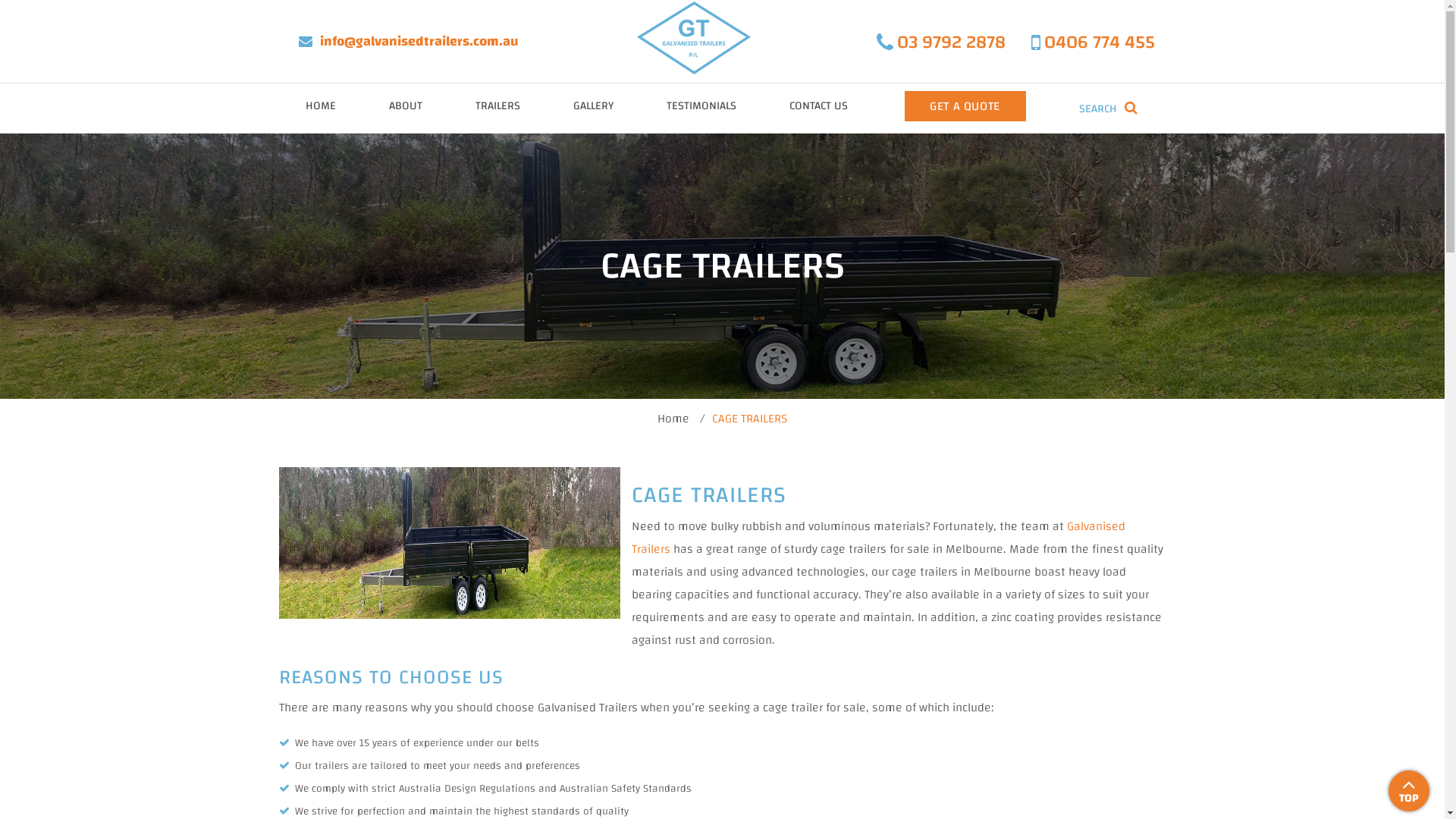 The height and width of the screenshot is (819, 1456). Describe the element at coordinates (405, 105) in the screenshot. I see `'ABOUT'` at that location.